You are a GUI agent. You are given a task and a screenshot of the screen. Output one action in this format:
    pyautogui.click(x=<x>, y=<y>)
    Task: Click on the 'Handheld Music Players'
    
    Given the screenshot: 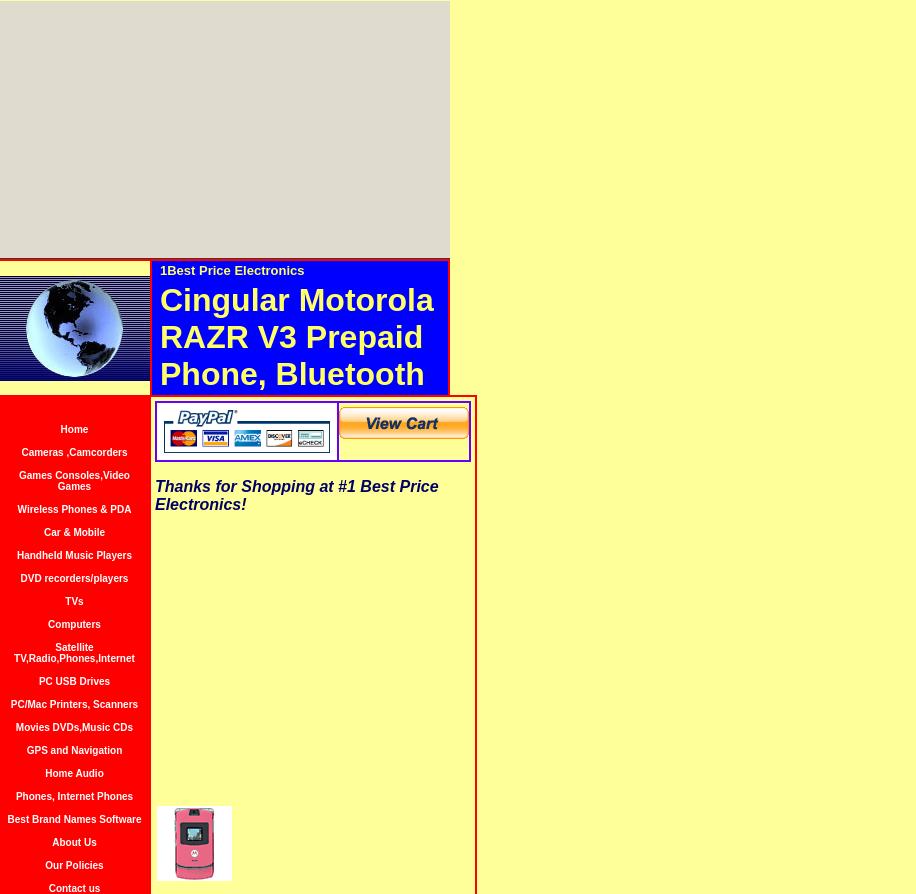 What is the action you would take?
    pyautogui.click(x=73, y=555)
    